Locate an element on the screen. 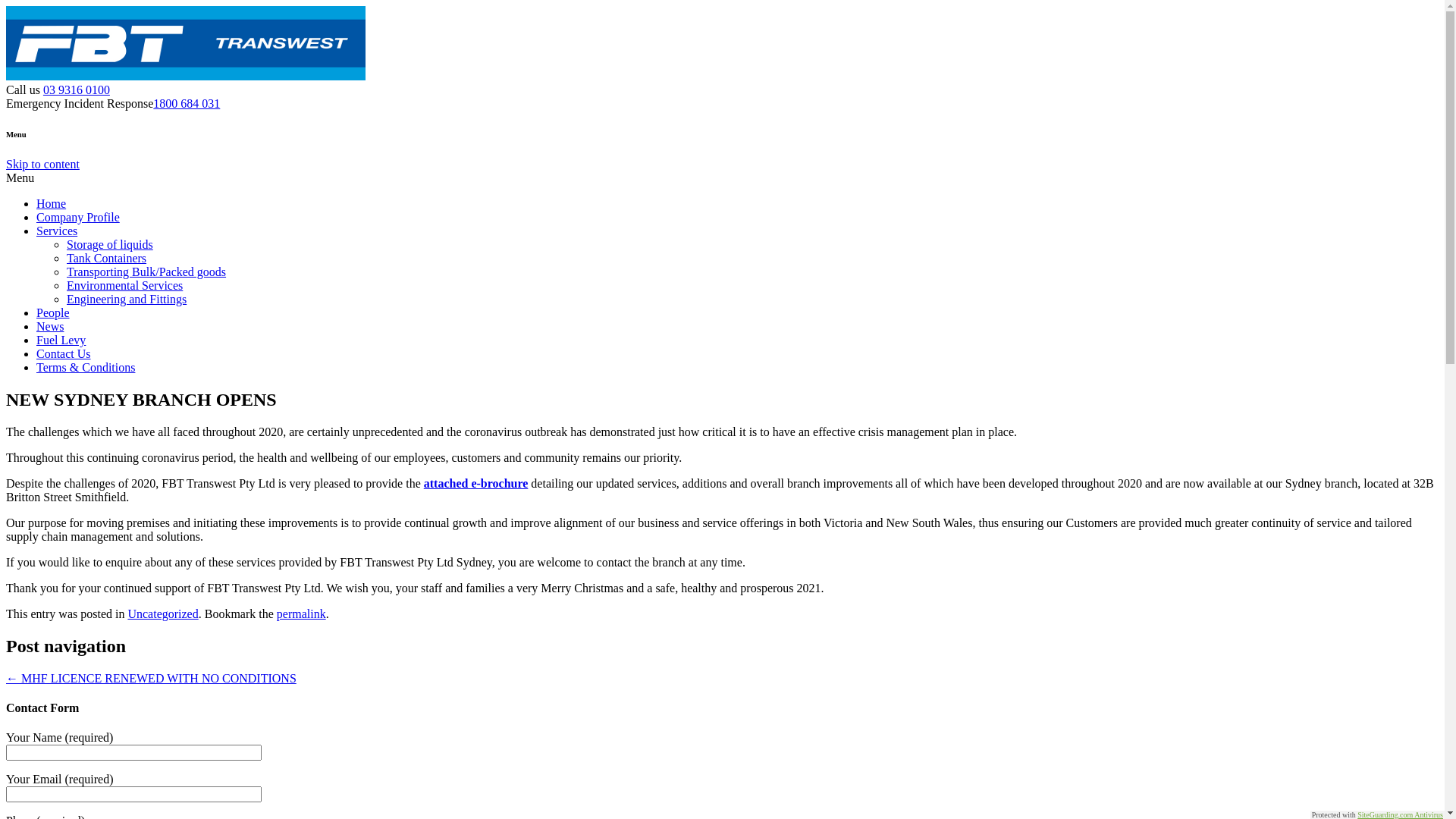 This screenshot has width=1456, height=819. 'Services' is located at coordinates (57, 231).